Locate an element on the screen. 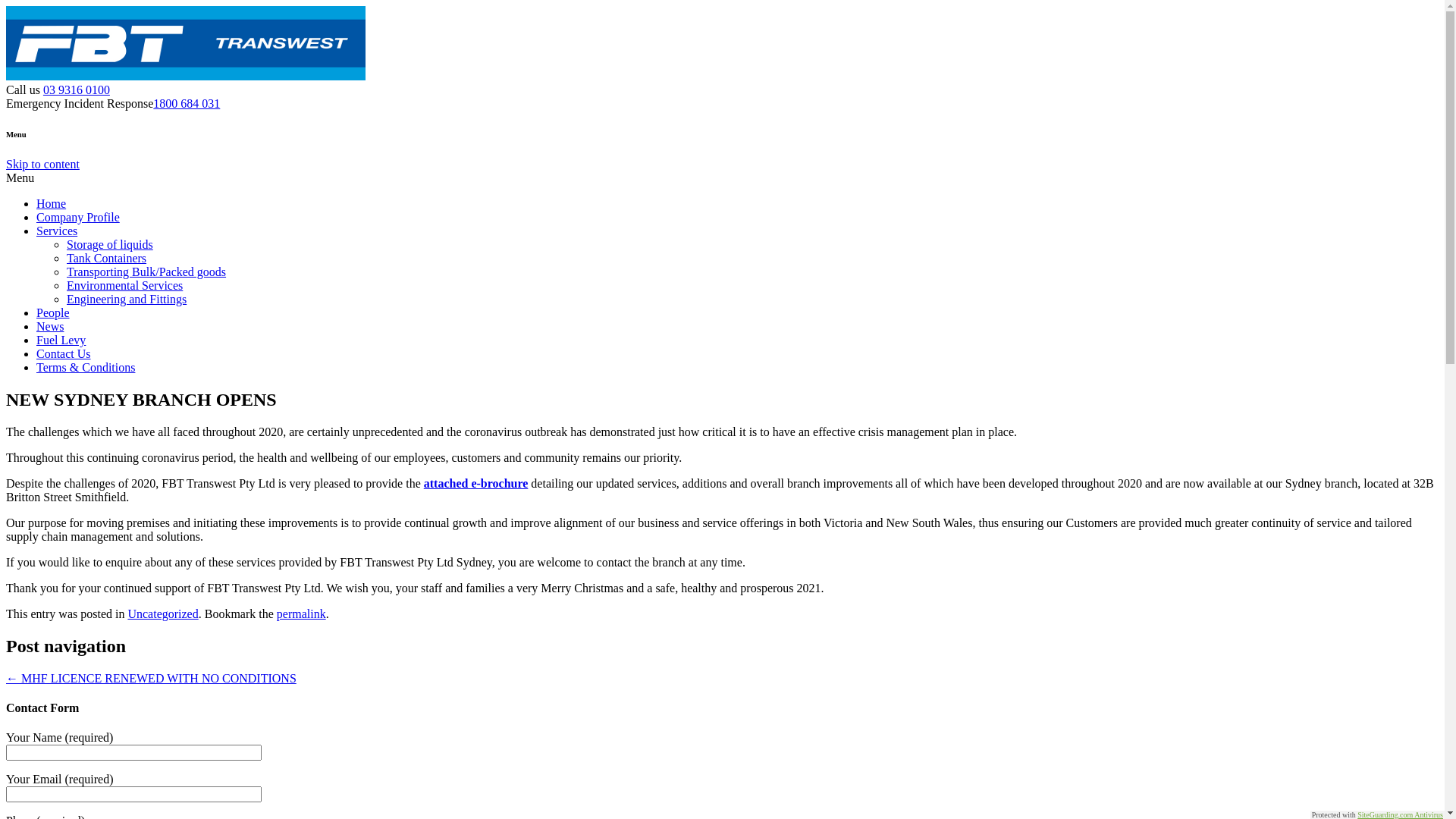 This screenshot has width=1456, height=819. 'Services' is located at coordinates (57, 231).